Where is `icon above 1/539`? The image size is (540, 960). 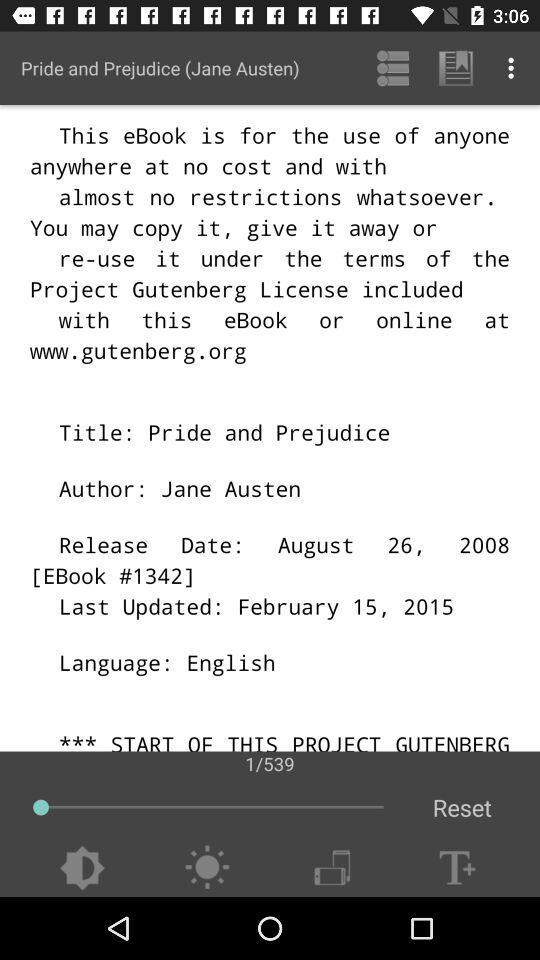 icon above 1/539 is located at coordinates (393, 68).